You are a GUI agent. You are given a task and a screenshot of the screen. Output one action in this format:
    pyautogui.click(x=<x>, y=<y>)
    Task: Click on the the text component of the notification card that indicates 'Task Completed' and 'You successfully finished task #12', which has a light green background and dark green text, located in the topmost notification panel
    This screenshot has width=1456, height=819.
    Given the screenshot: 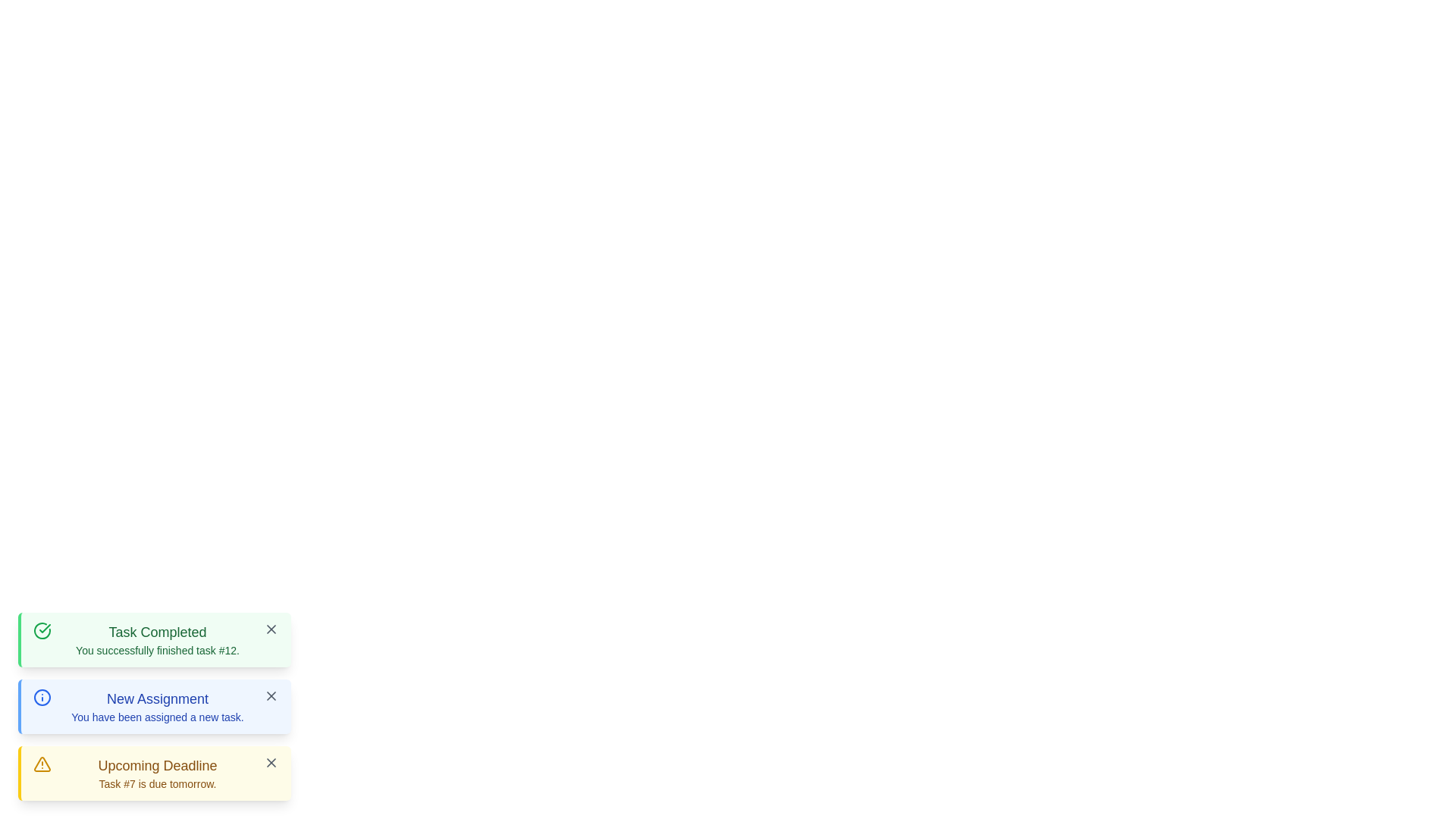 What is the action you would take?
    pyautogui.click(x=157, y=640)
    